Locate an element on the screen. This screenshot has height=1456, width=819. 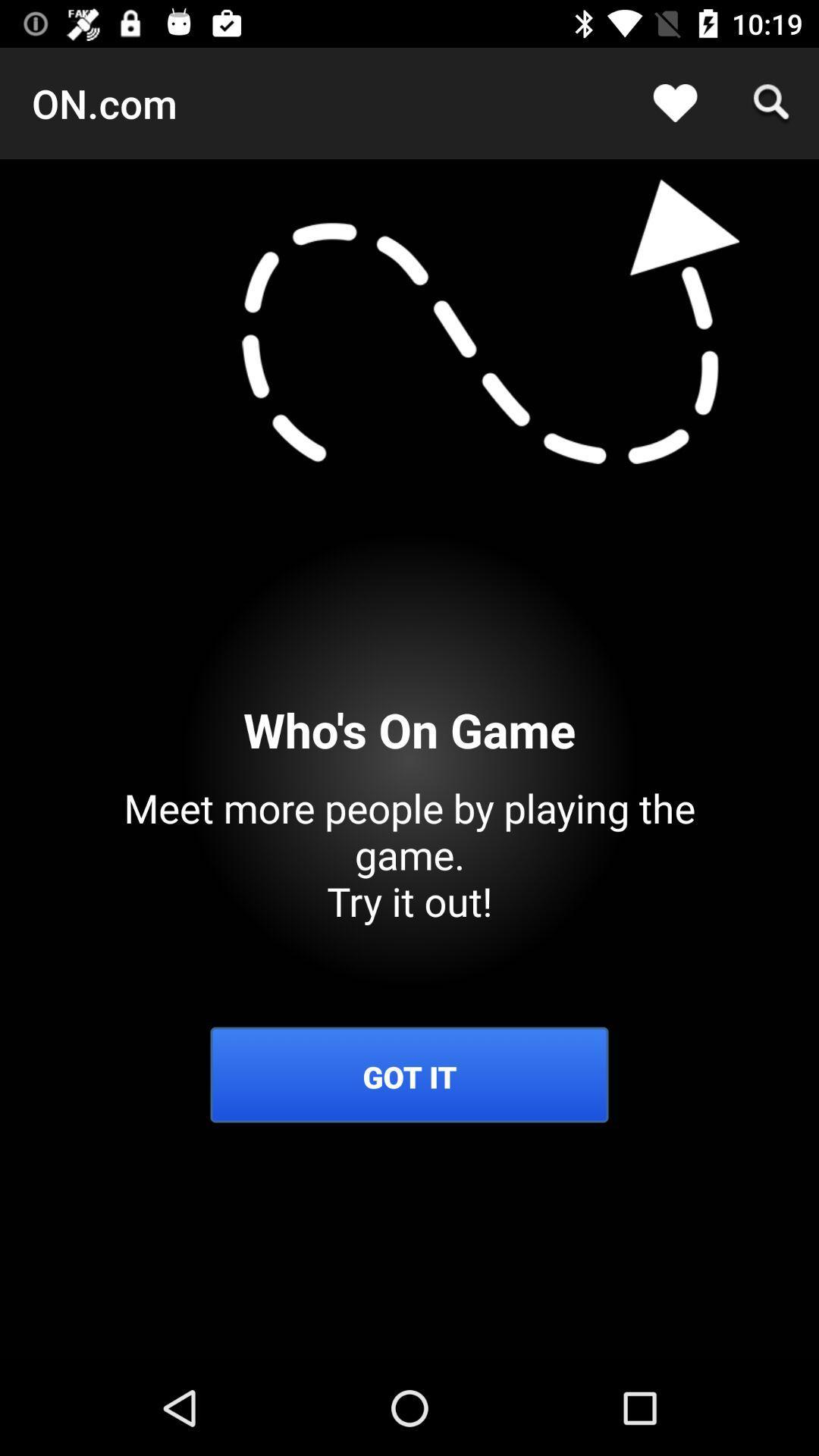
the app to the right of the on.com app is located at coordinates (675, 102).